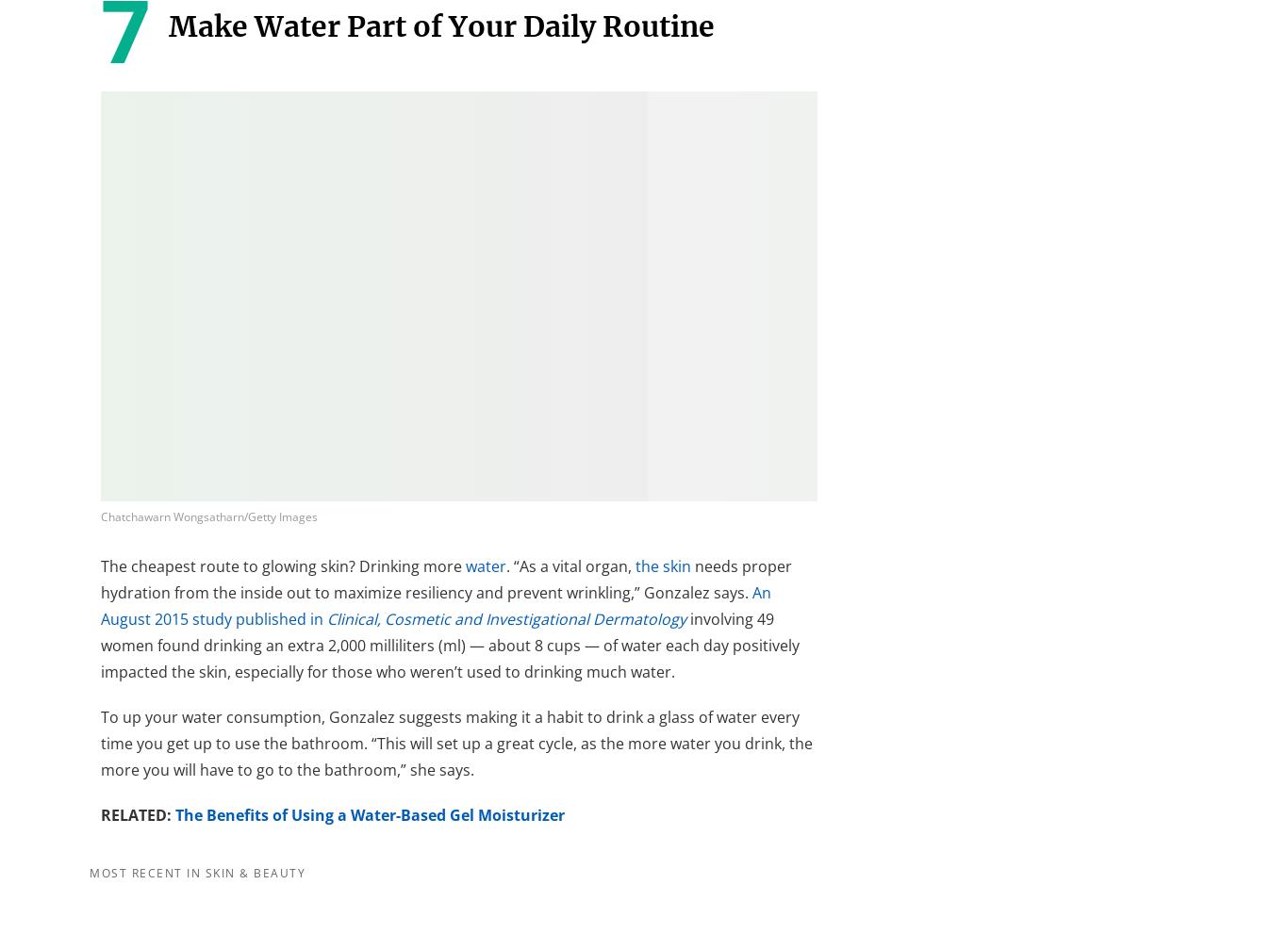 This screenshot has width=1288, height=950. What do you see at coordinates (167, 26) in the screenshot?
I see `'Make Water Part of Your Daily Routine'` at bounding box center [167, 26].